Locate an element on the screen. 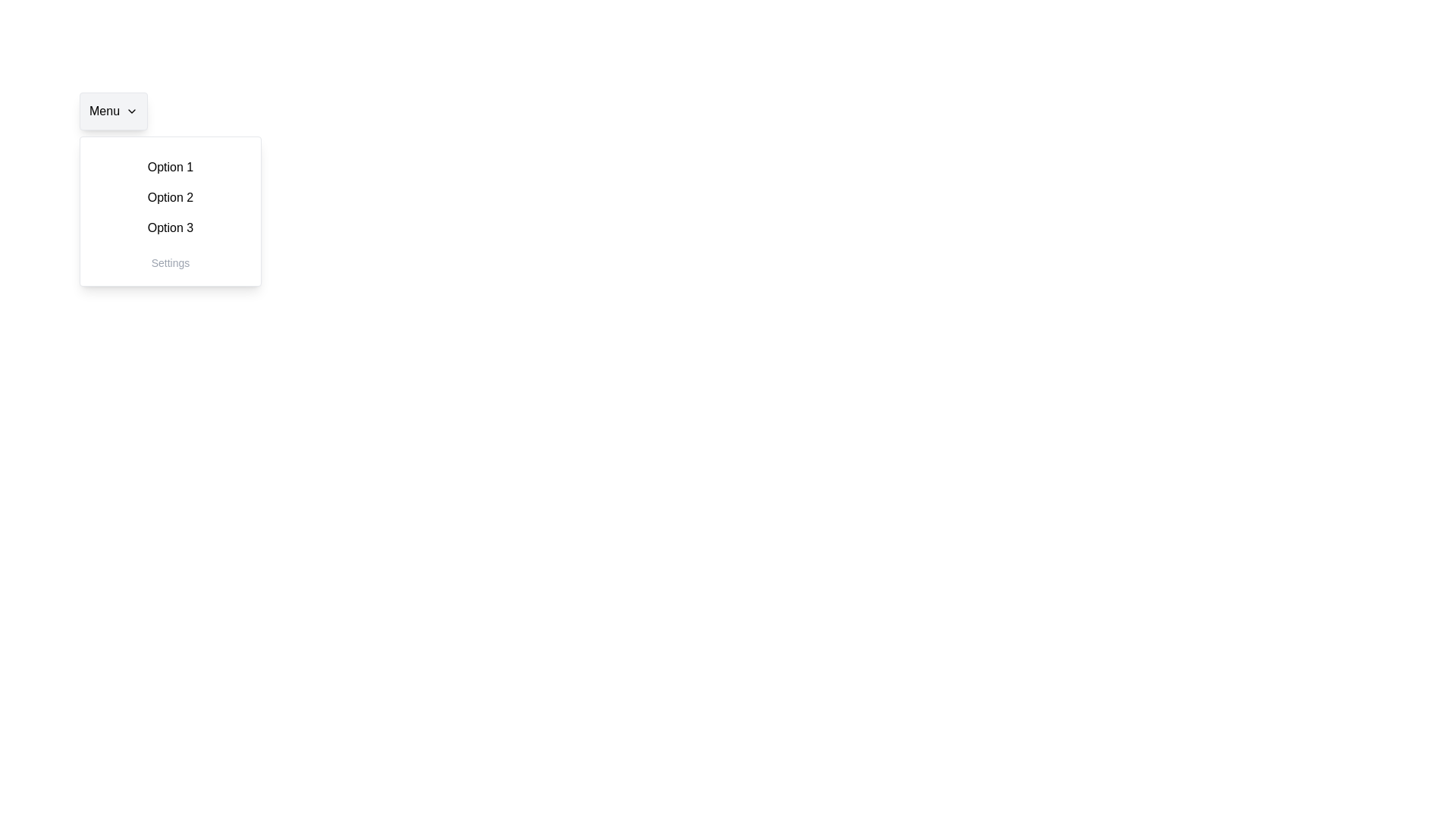 This screenshot has width=1456, height=819. one of the text options in the vertically-aligned list labeled 'Option 1', 'Option 2', or 'Option 3' located in the dropdown menu under the 'Menu' button is located at coordinates (171, 197).